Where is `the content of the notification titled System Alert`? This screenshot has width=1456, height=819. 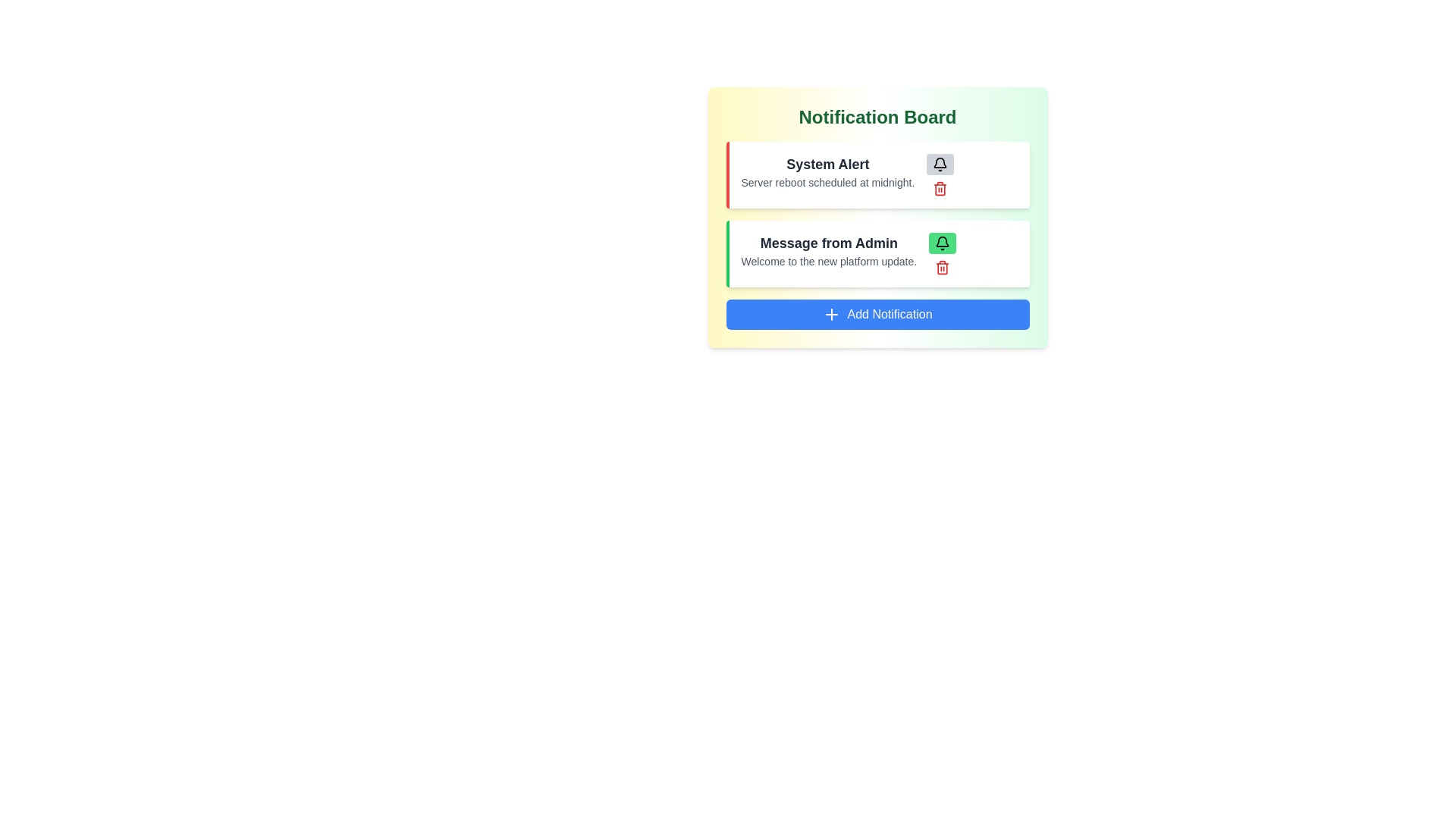 the content of the notification titled System Alert is located at coordinates (827, 164).